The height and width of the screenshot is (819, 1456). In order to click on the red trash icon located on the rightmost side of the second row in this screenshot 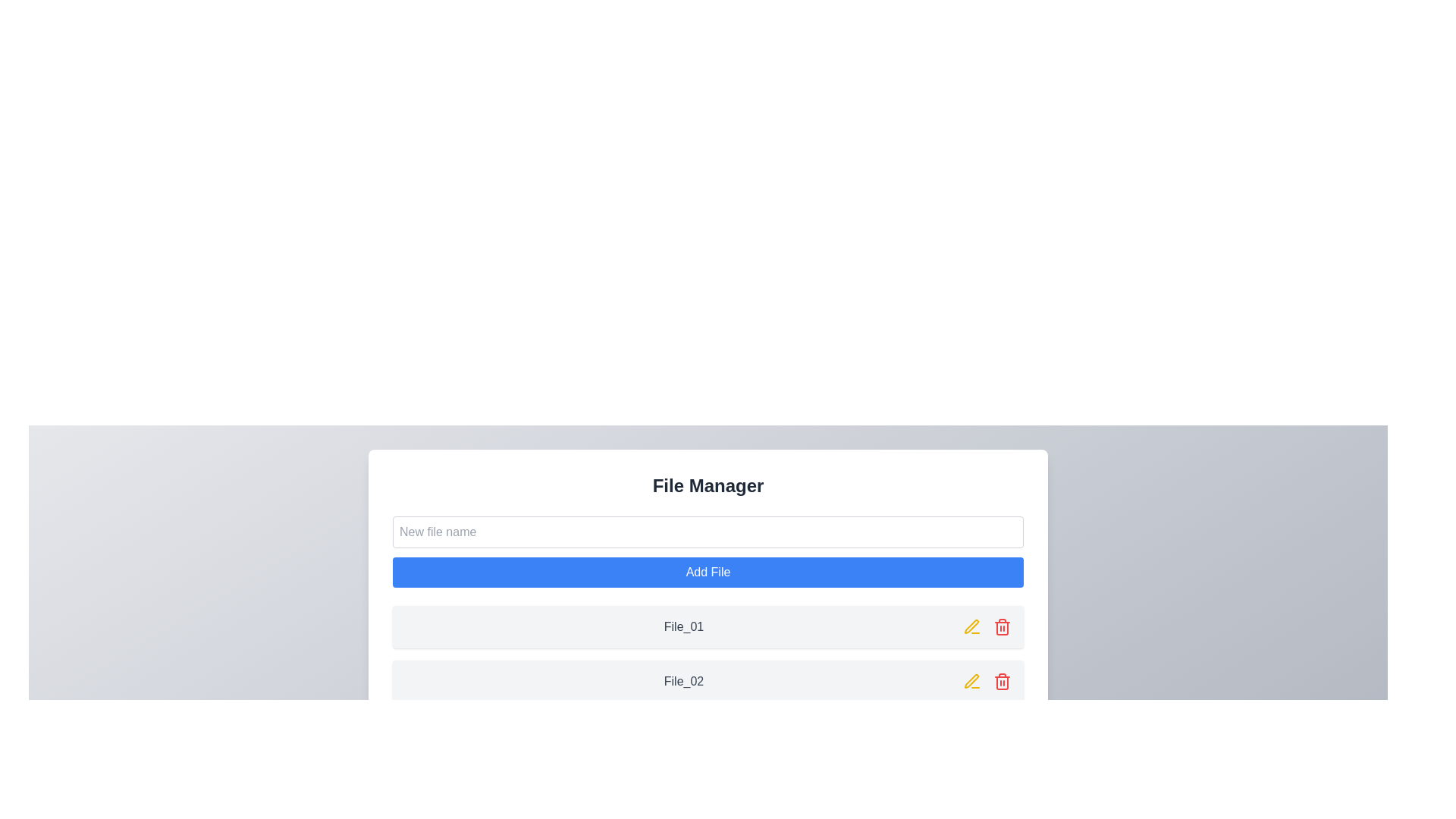, I will do `click(1002, 626)`.